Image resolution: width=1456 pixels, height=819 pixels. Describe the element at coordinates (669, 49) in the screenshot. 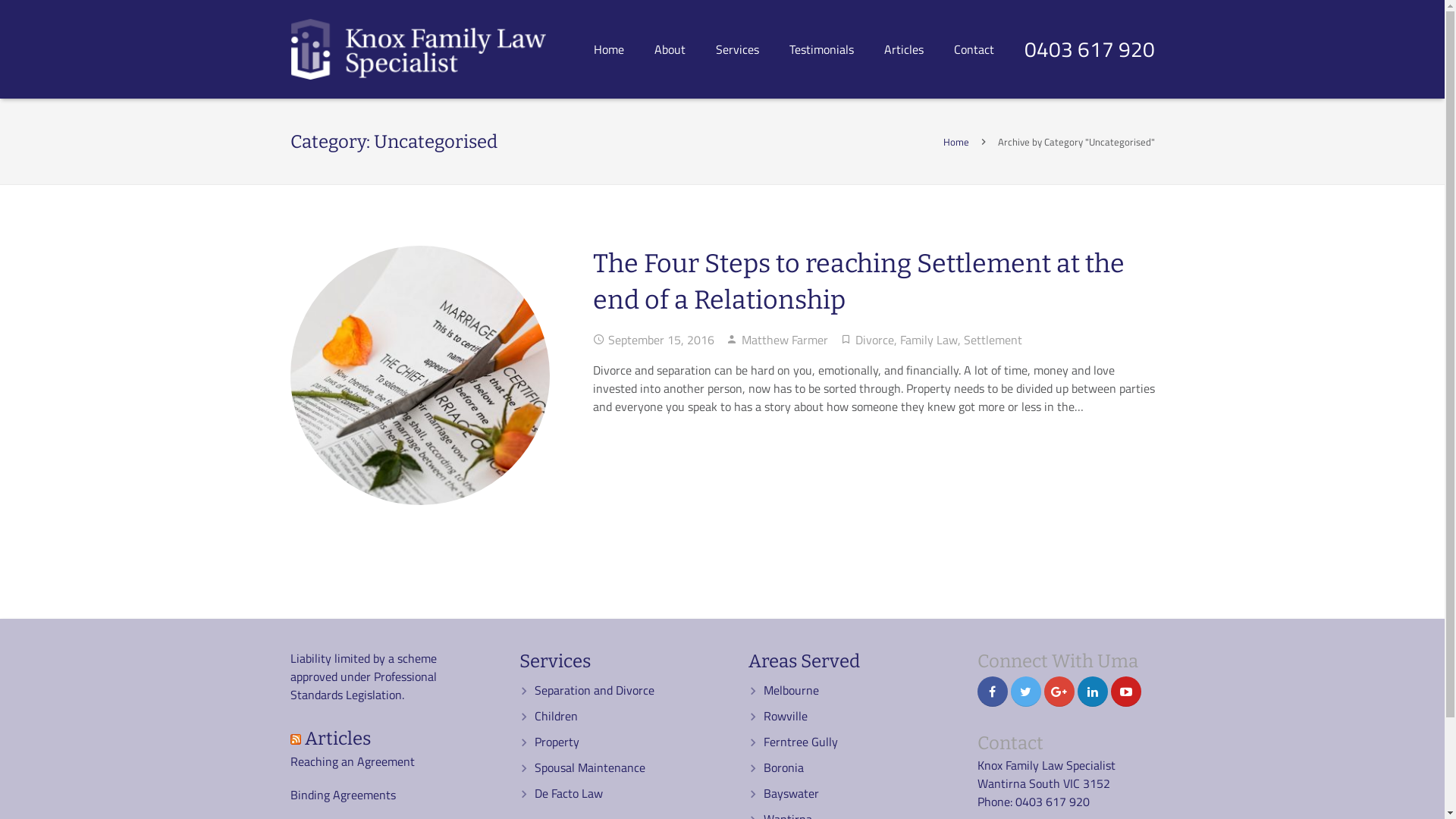

I see `'About'` at that location.